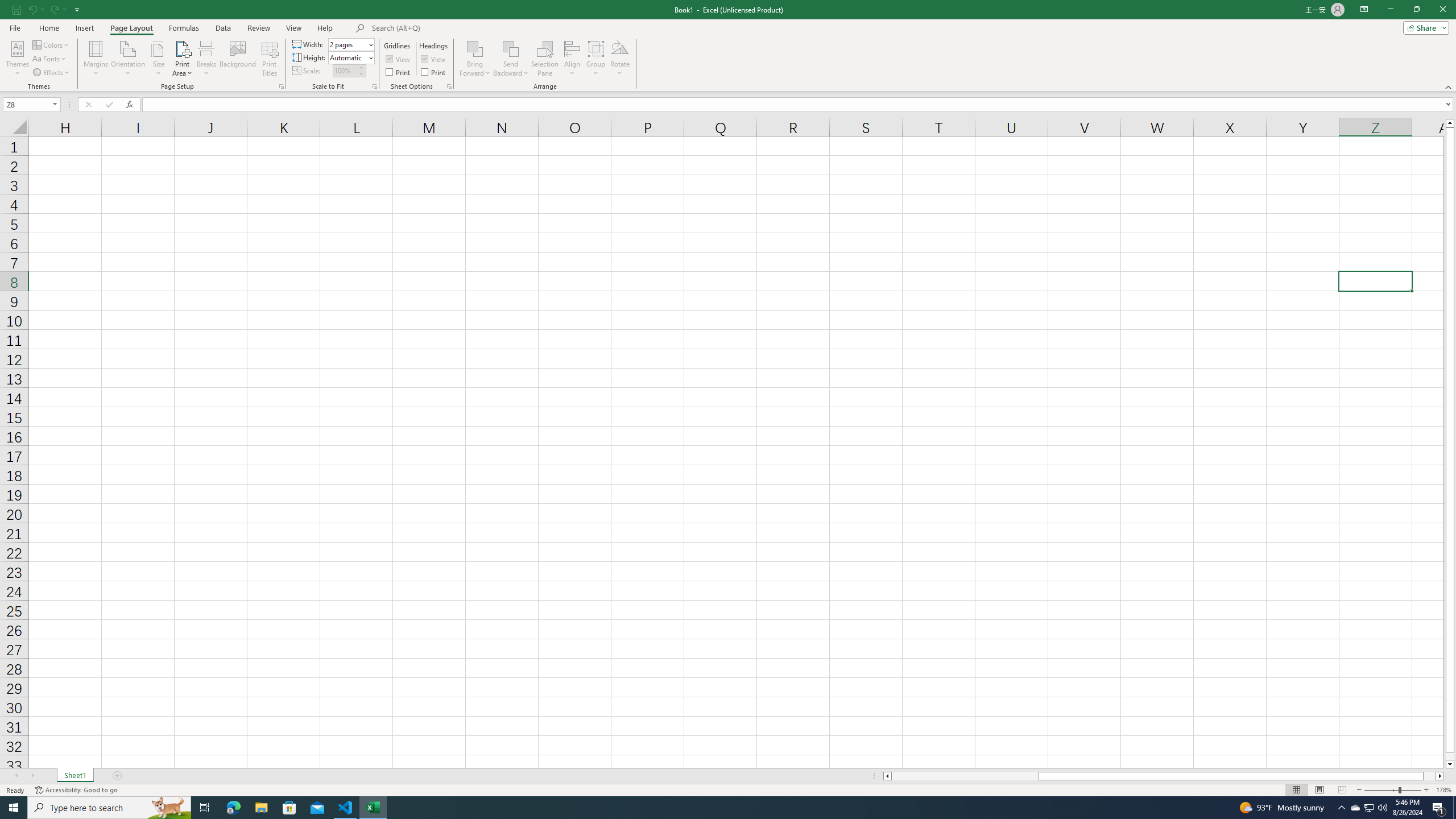 This screenshot has width=1456, height=819. Describe the element at coordinates (510, 48) in the screenshot. I see `'Send Backward'` at that location.